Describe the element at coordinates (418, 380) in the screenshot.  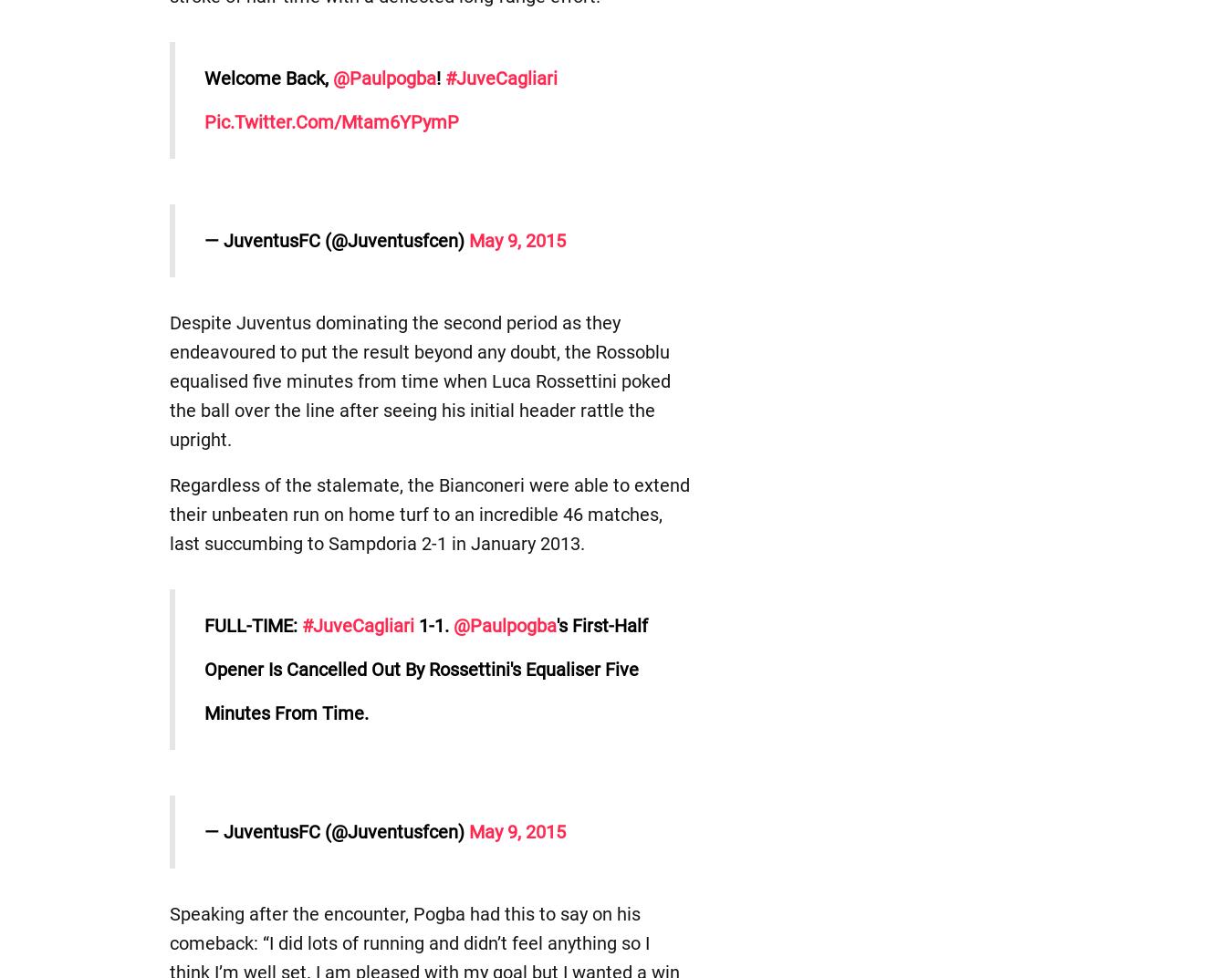
I see `'Despite Juventus dominating the second period as they endeavoured to put the result beyond any doubt, the Rossoblu equalised five minutes from time when Luca Rossettini poked the ball over the line after seeing his initial header rattle the upright.'` at that location.